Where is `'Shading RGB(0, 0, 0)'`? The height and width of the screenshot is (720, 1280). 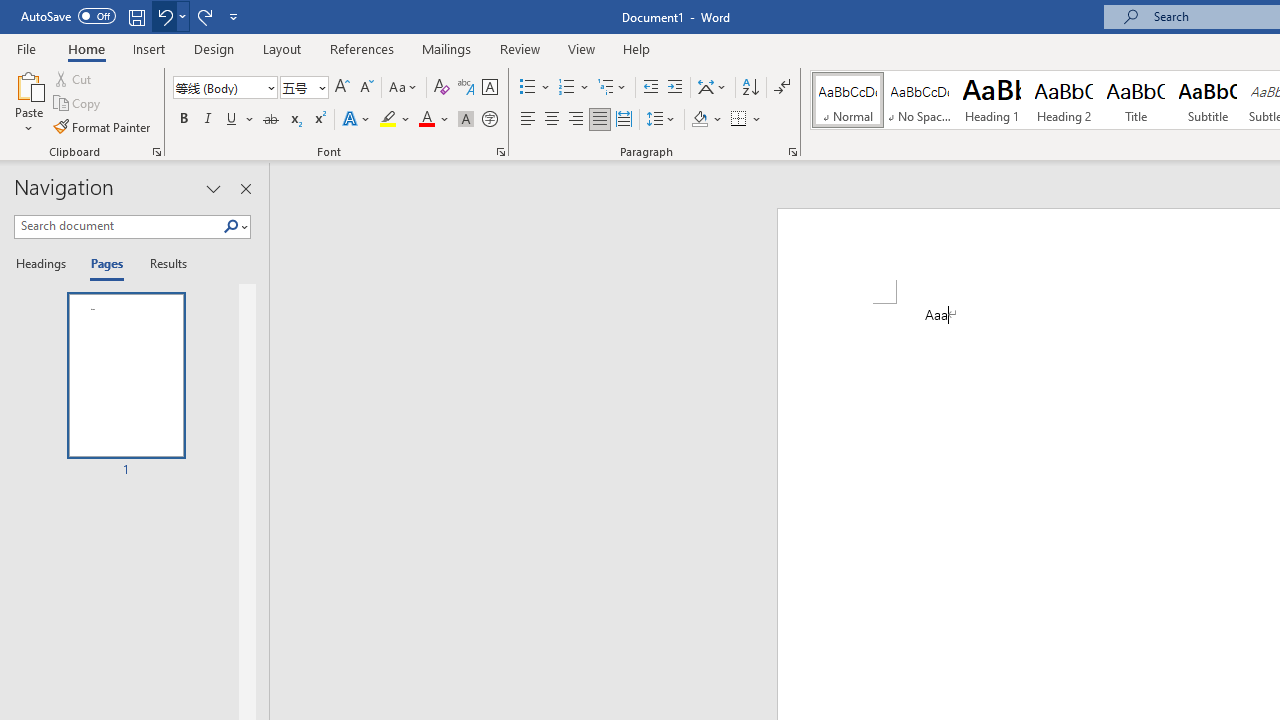 'Shading RGB(0, 0, 0)' is located at coordinates (699, 119).